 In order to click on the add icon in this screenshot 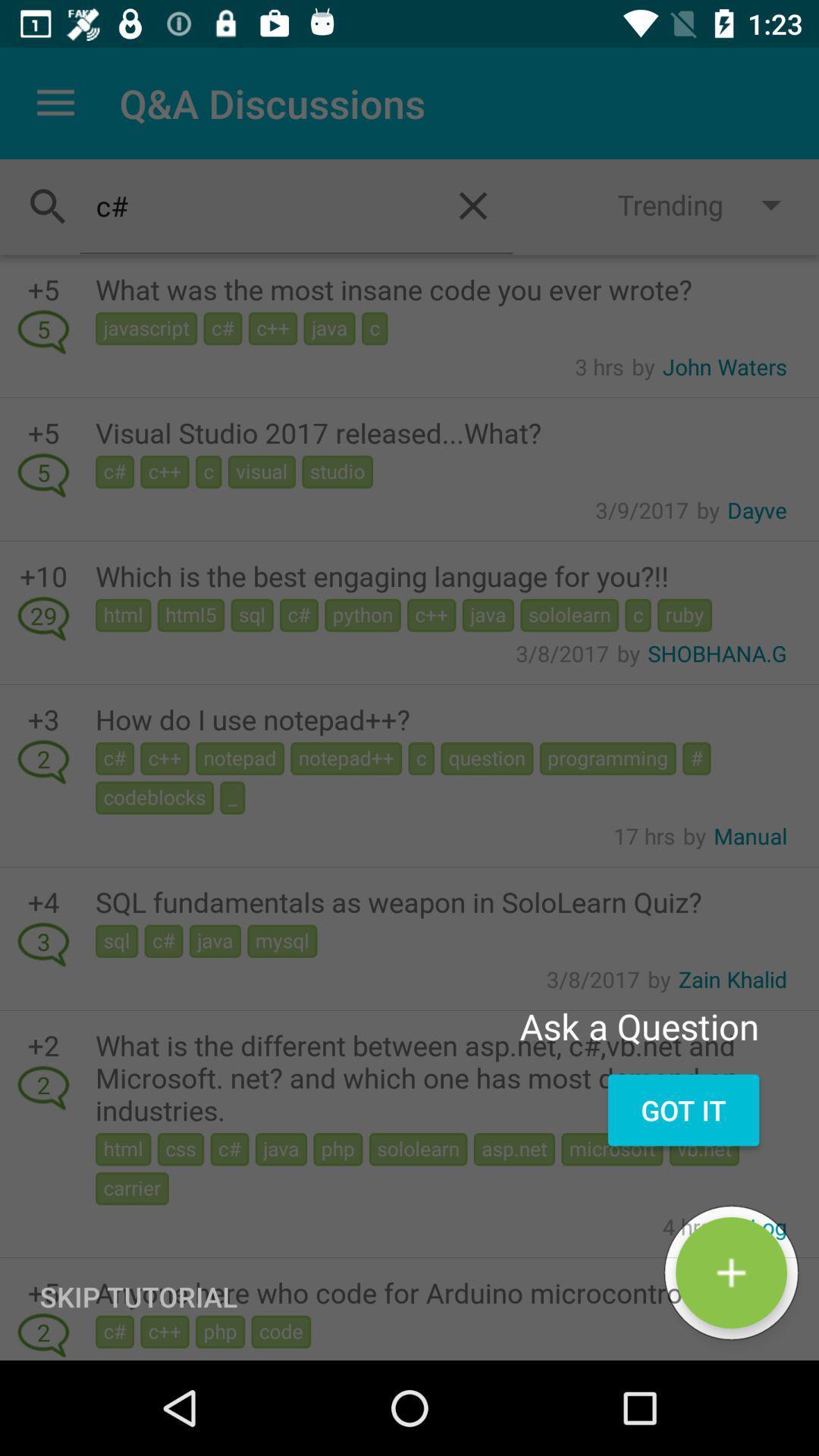, I will do `click(730, 1272)`.